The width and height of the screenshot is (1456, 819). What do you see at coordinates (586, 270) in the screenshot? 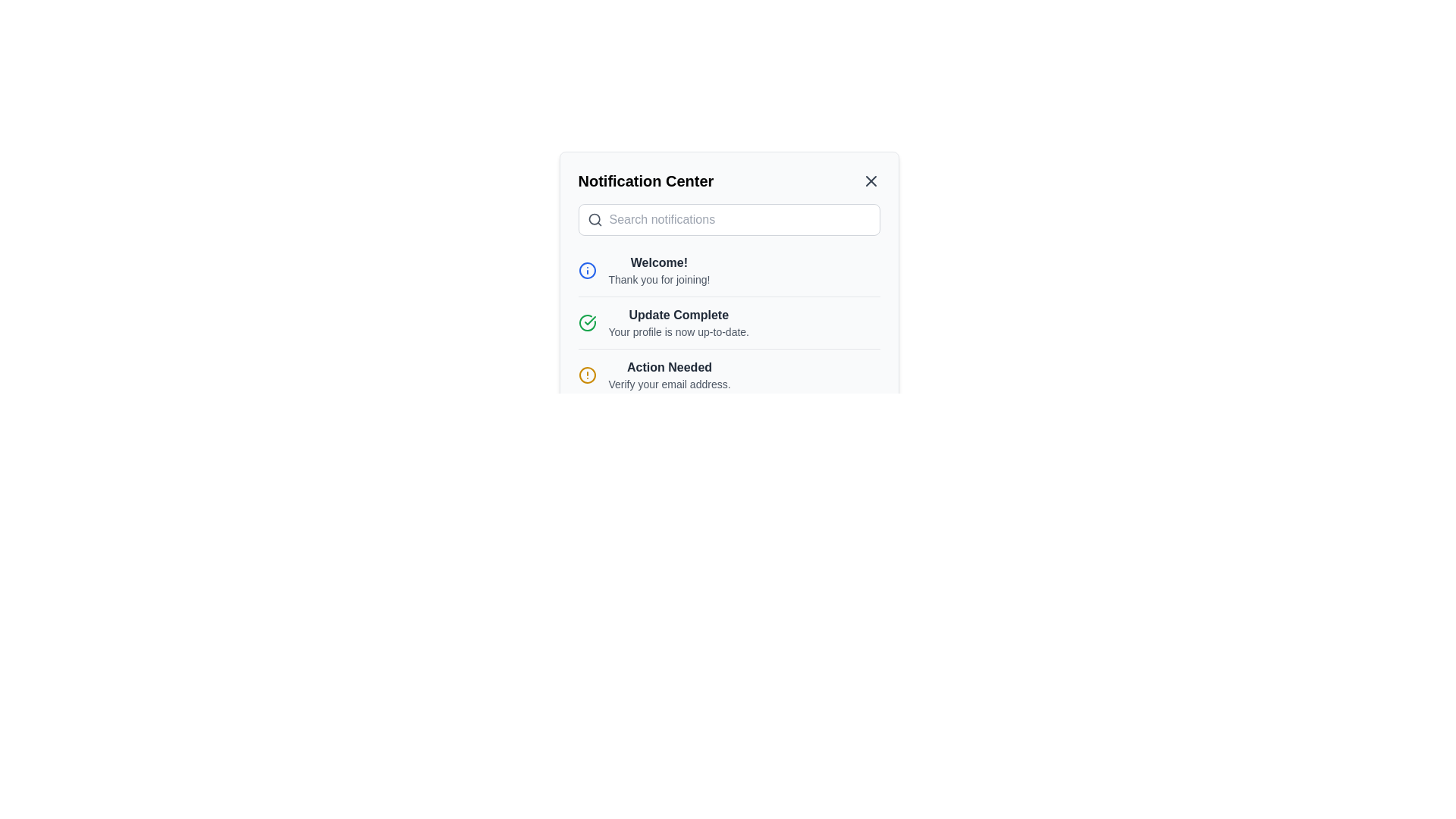
I see `the decorative SVG circle component that contributes to the appearance of an 'info' icon in the Notification Center` at bounding box center [586, 270].